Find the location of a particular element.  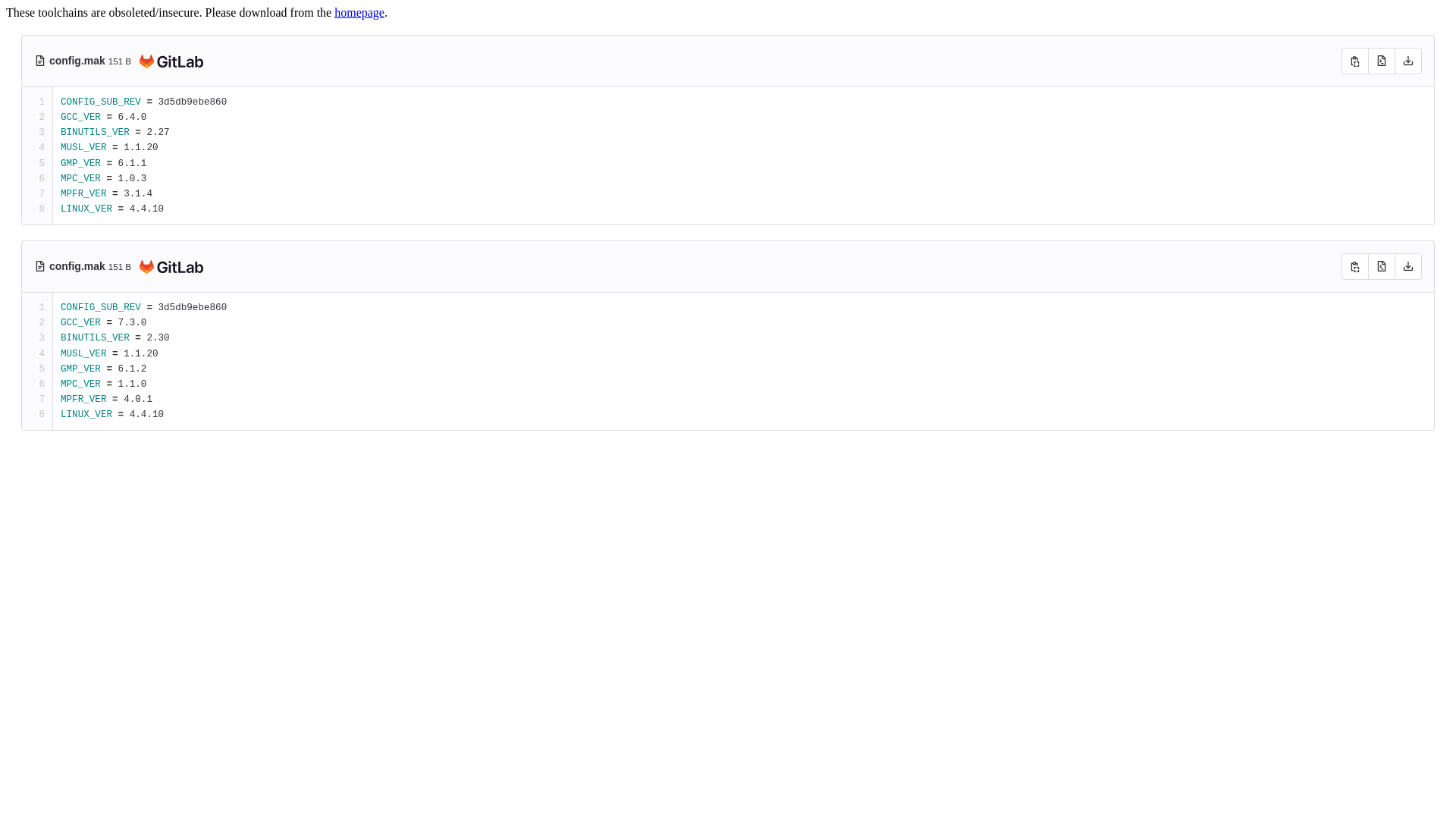

'config.mak' is located at coordinates (78, 60).